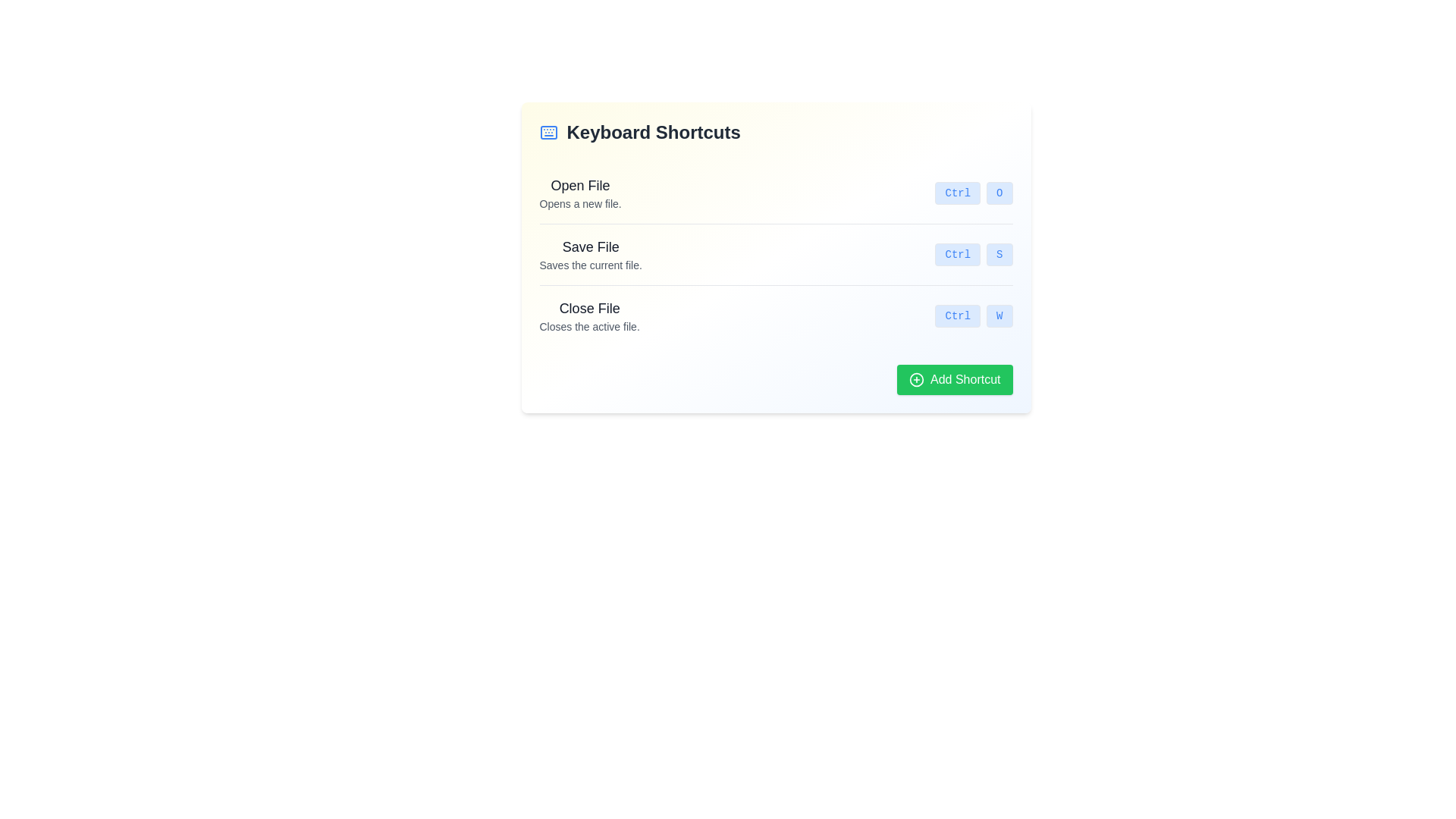 This screenshot has height=819, width=1456. Describe the element at coordinates (916, 379) in the screenshot. I see `the circular icon with a plus symbol, located to the left of the green 'Add Shortcut' button` at that location.